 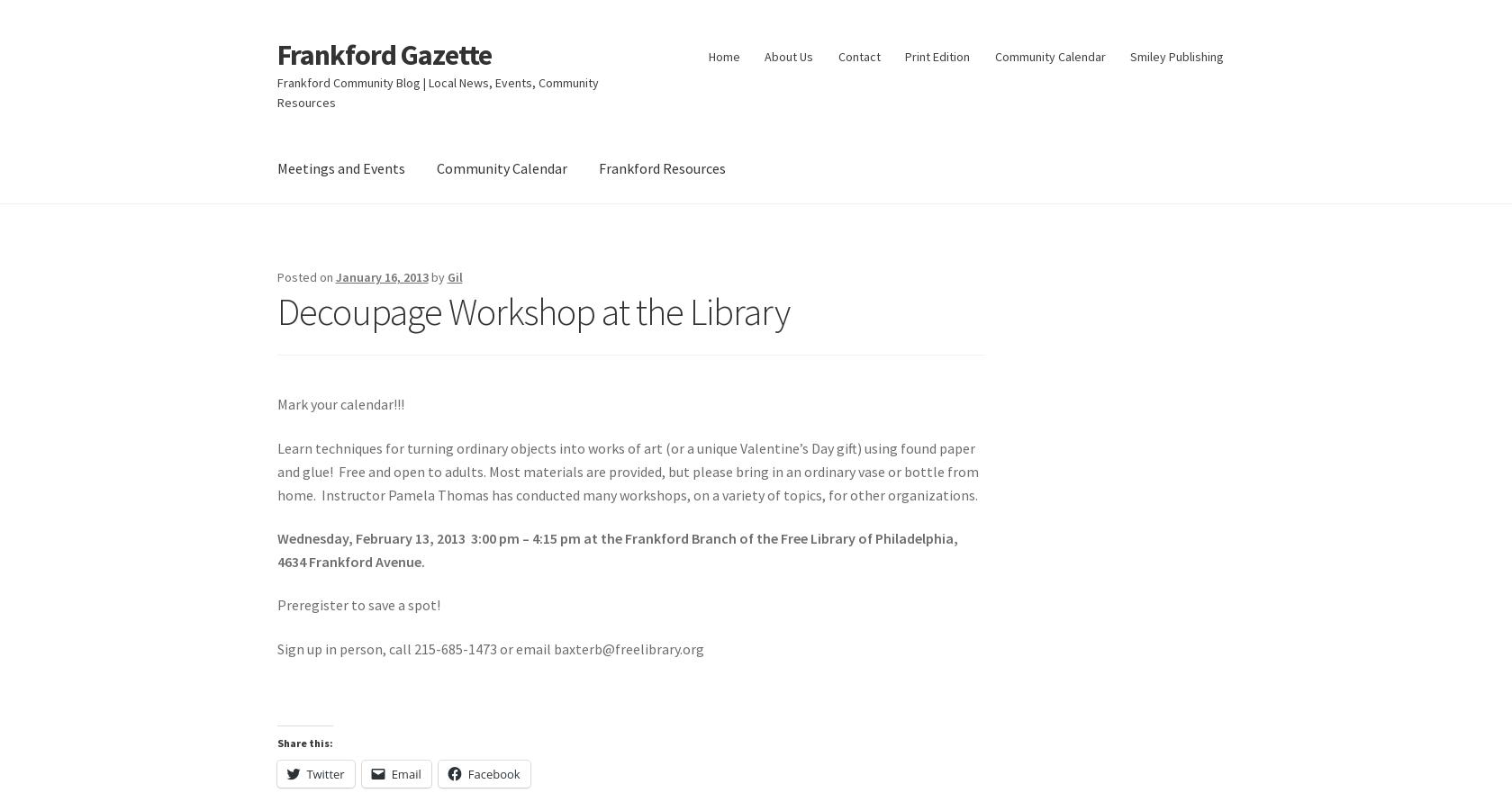 I want to click on 'Community Calendar', so click(x=501, y=166).